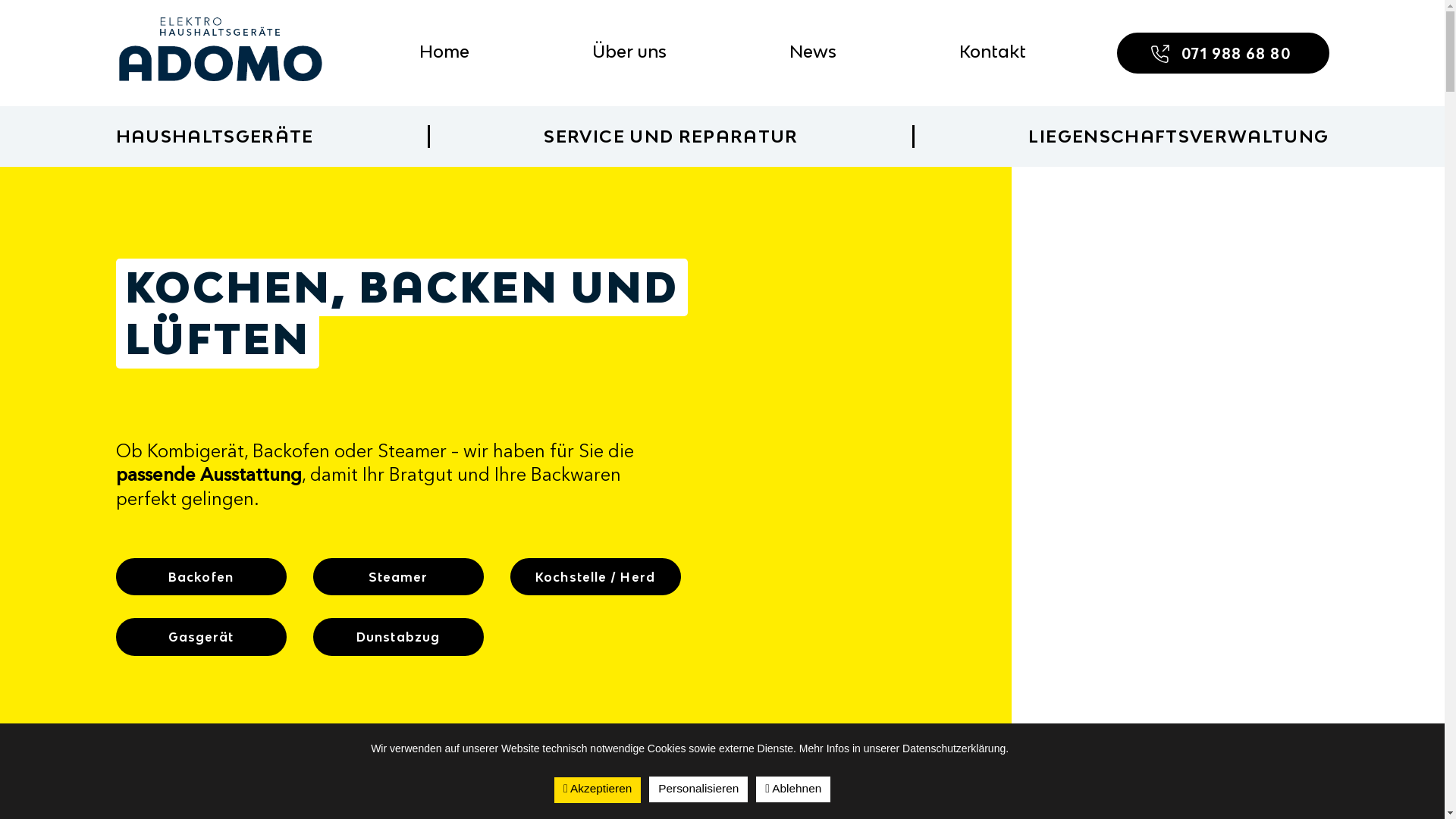  What do you see at coordinates (992, 51) in the screenshot?
I see `'Kontakt'` at bounding box center [992, 51].